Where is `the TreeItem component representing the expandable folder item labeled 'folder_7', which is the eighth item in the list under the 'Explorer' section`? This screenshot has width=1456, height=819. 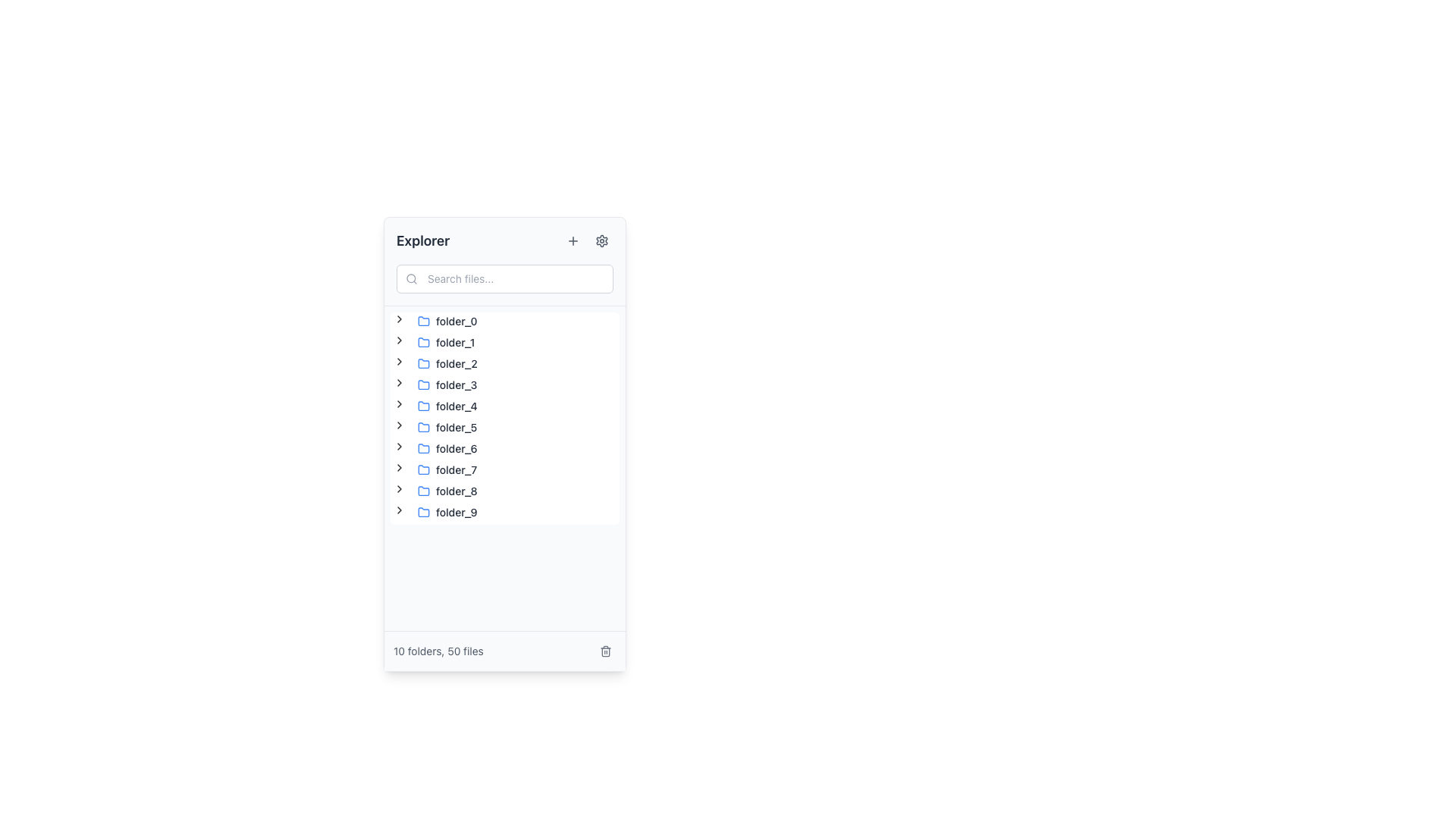 the TreeItem component representing the expandable folder item labeled 'folder_7', which is the eighth item in the list under the 'Explorer' section is located at coordinates (436, 469).